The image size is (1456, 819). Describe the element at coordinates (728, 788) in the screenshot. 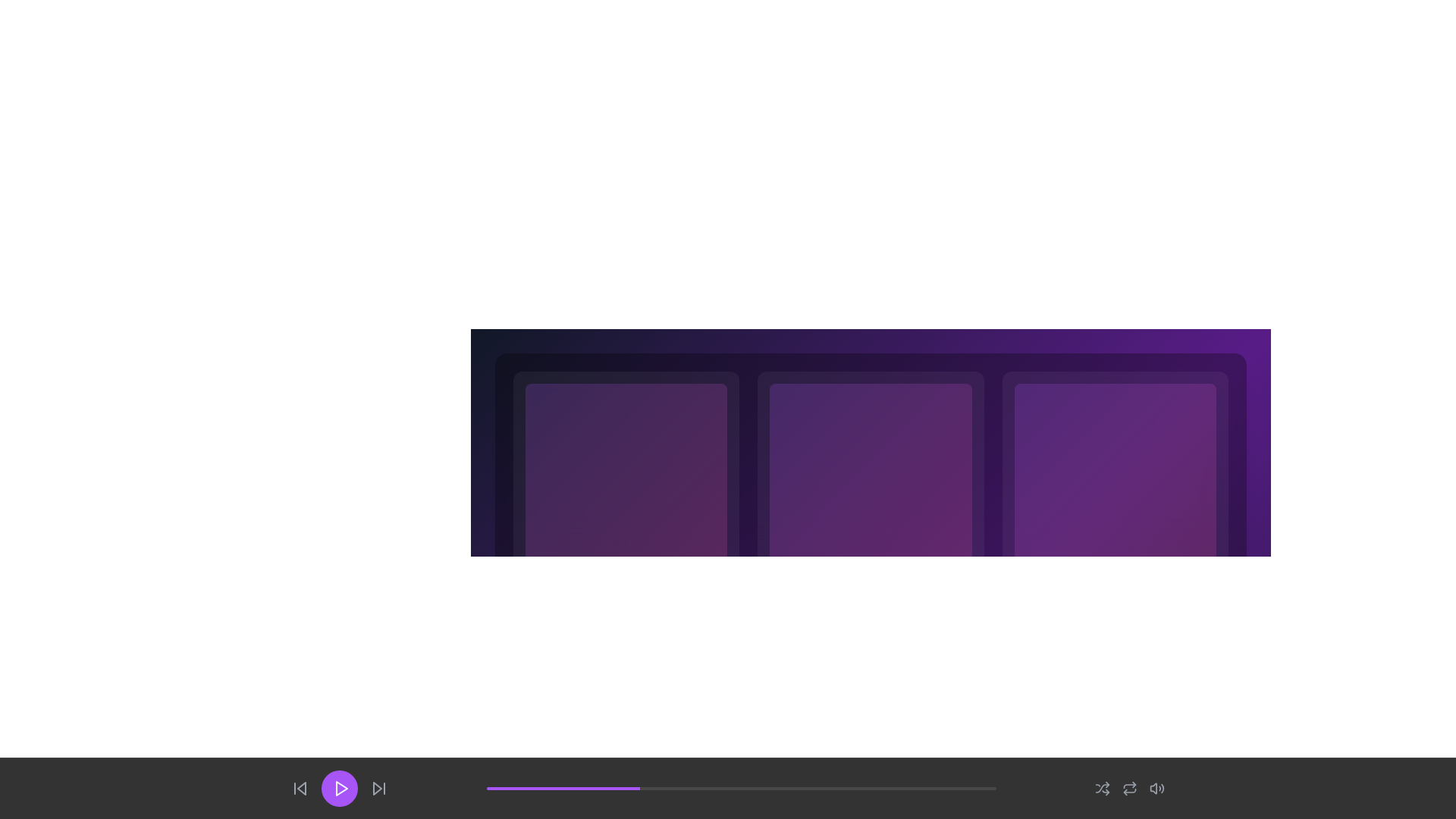

I see `the highlighted center marker of the purple progress bar located at the bottom of the interface` at that location.